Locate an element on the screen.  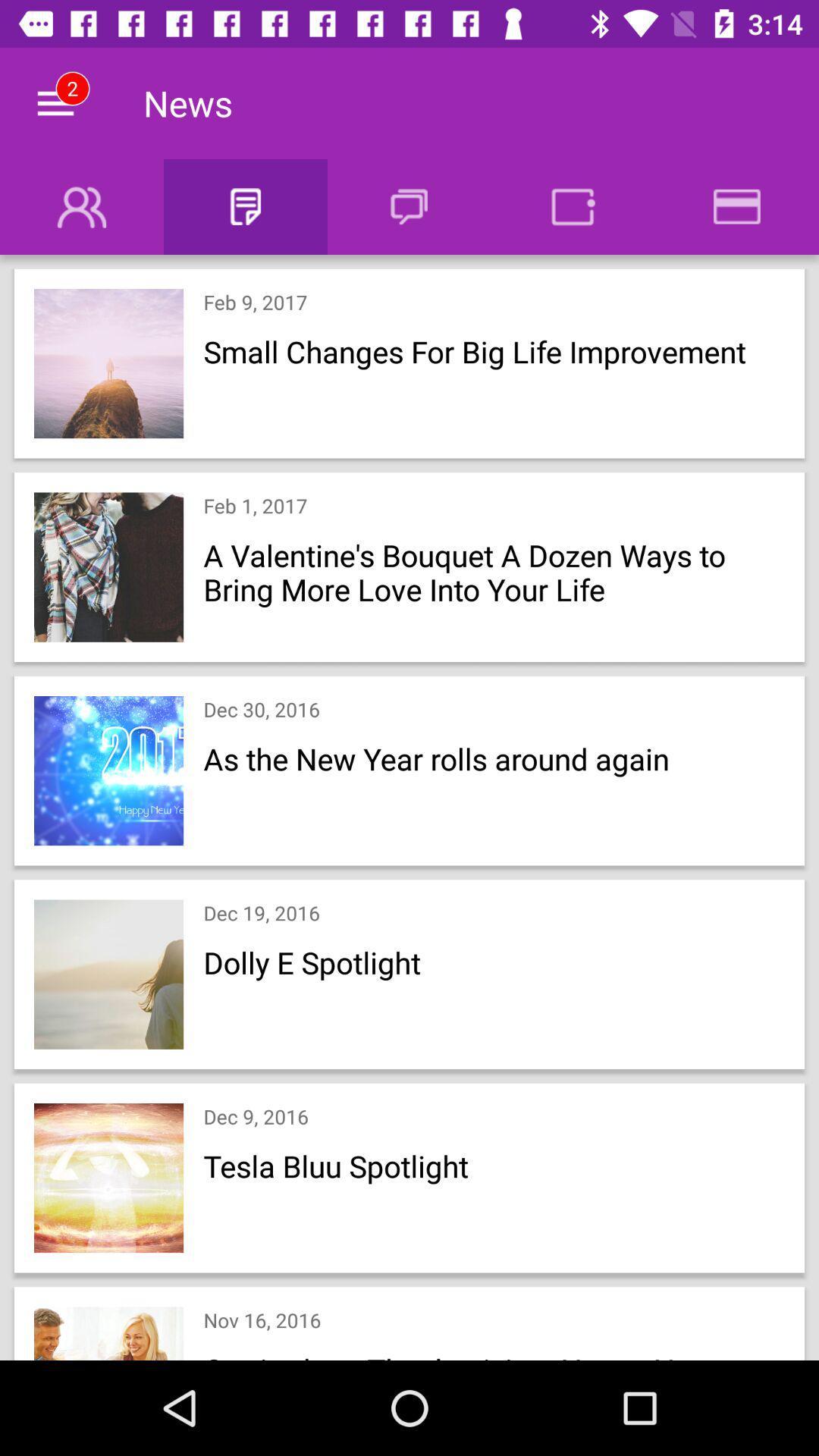
the item next to news item is located at coordinates (55, 102).